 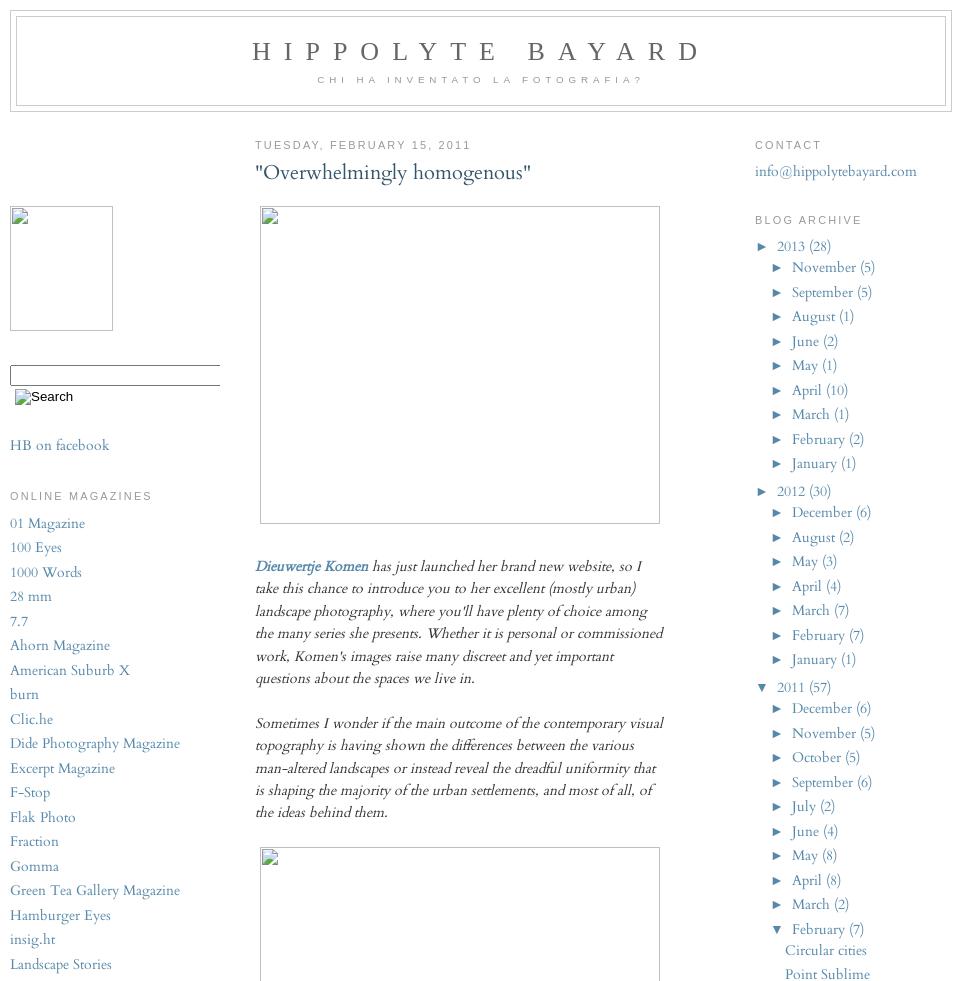 I want to click on '(3)', so click(x=828, y=561).